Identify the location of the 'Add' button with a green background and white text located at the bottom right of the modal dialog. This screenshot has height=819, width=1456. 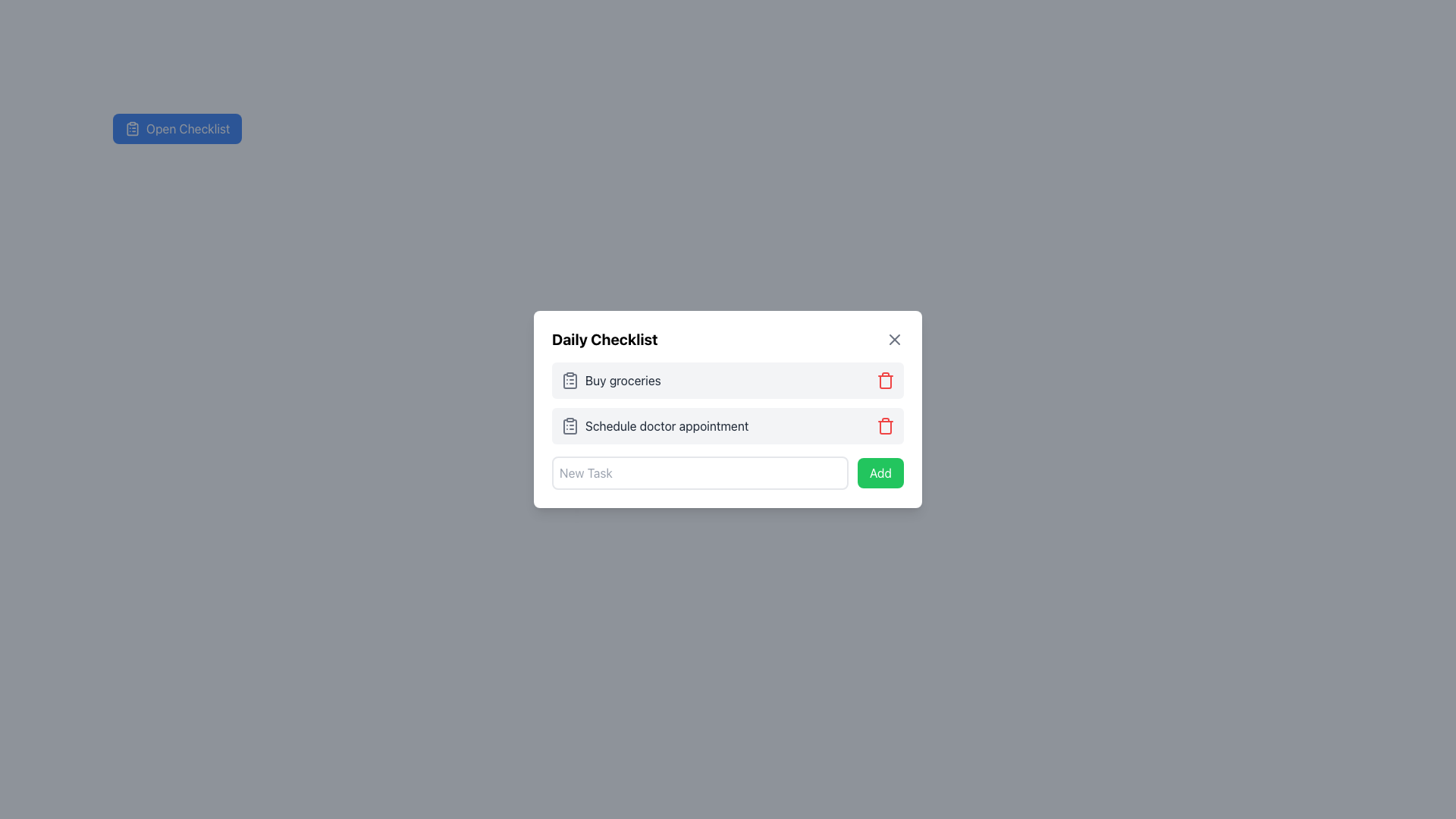
(880, 472).